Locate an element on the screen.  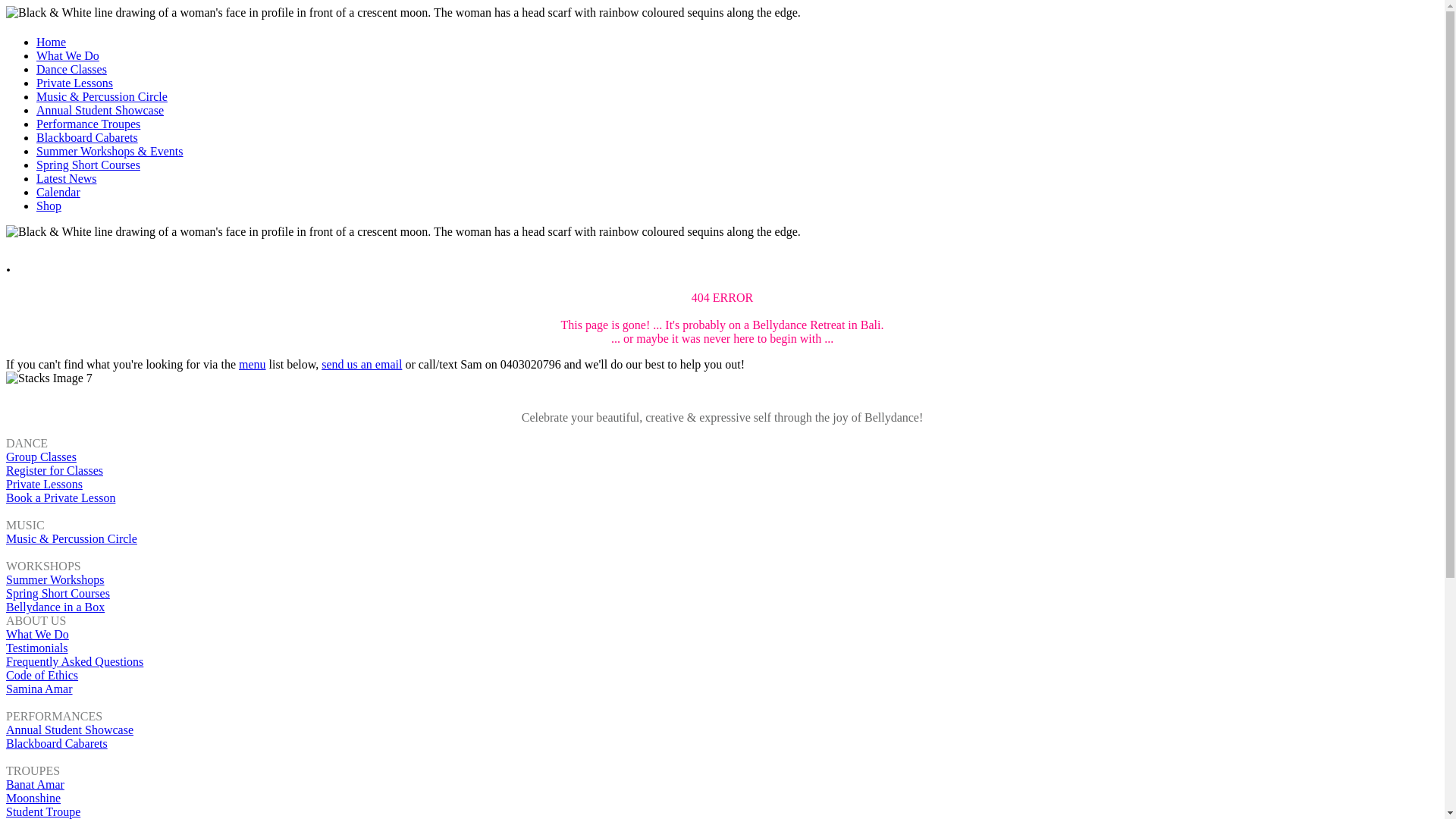
'Bellydance in a Box' is located at coordinates (55, 606).